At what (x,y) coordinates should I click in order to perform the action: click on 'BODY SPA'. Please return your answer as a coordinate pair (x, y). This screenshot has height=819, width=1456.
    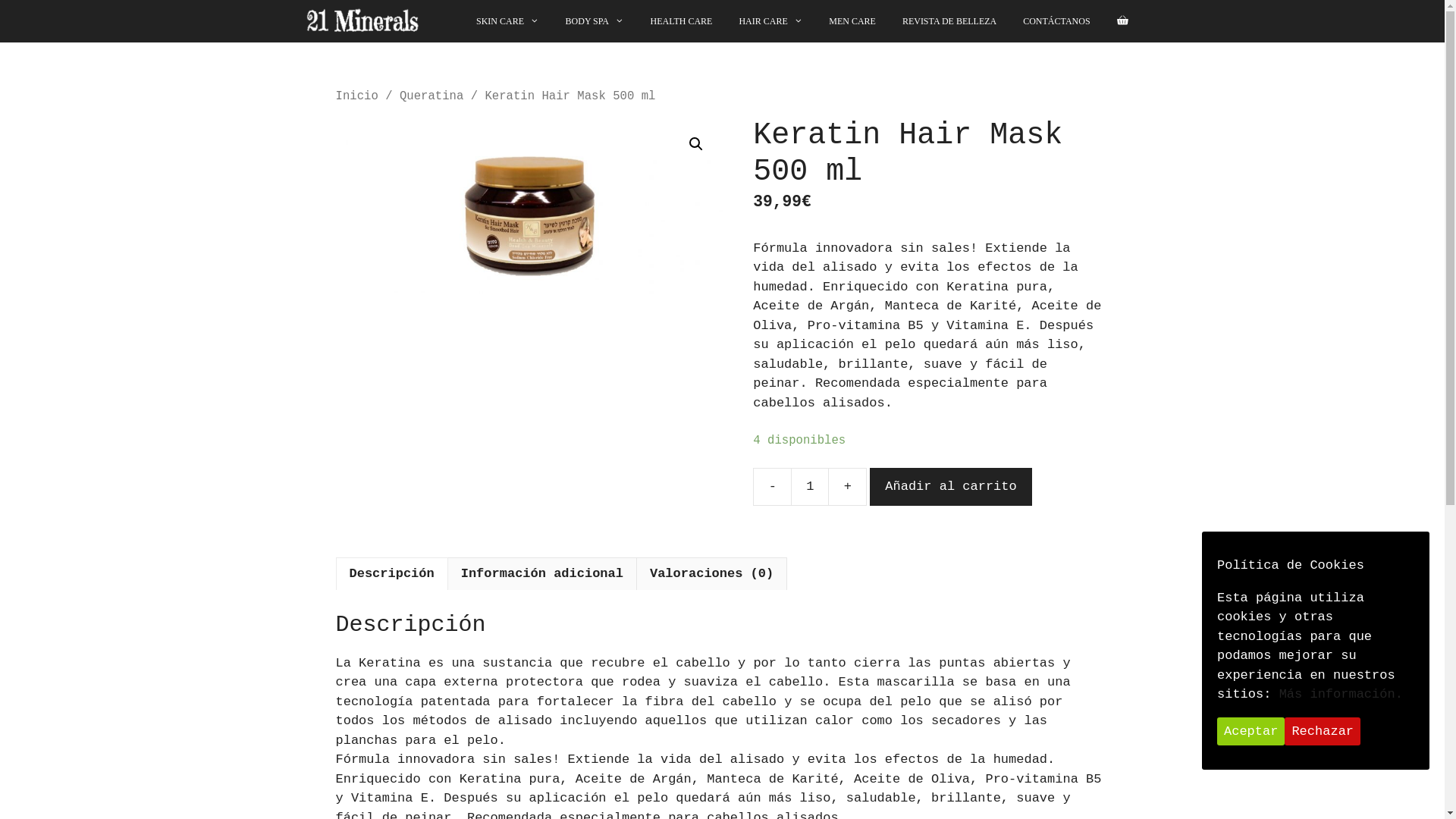
    Looking at the image, I should click on (594, 20).